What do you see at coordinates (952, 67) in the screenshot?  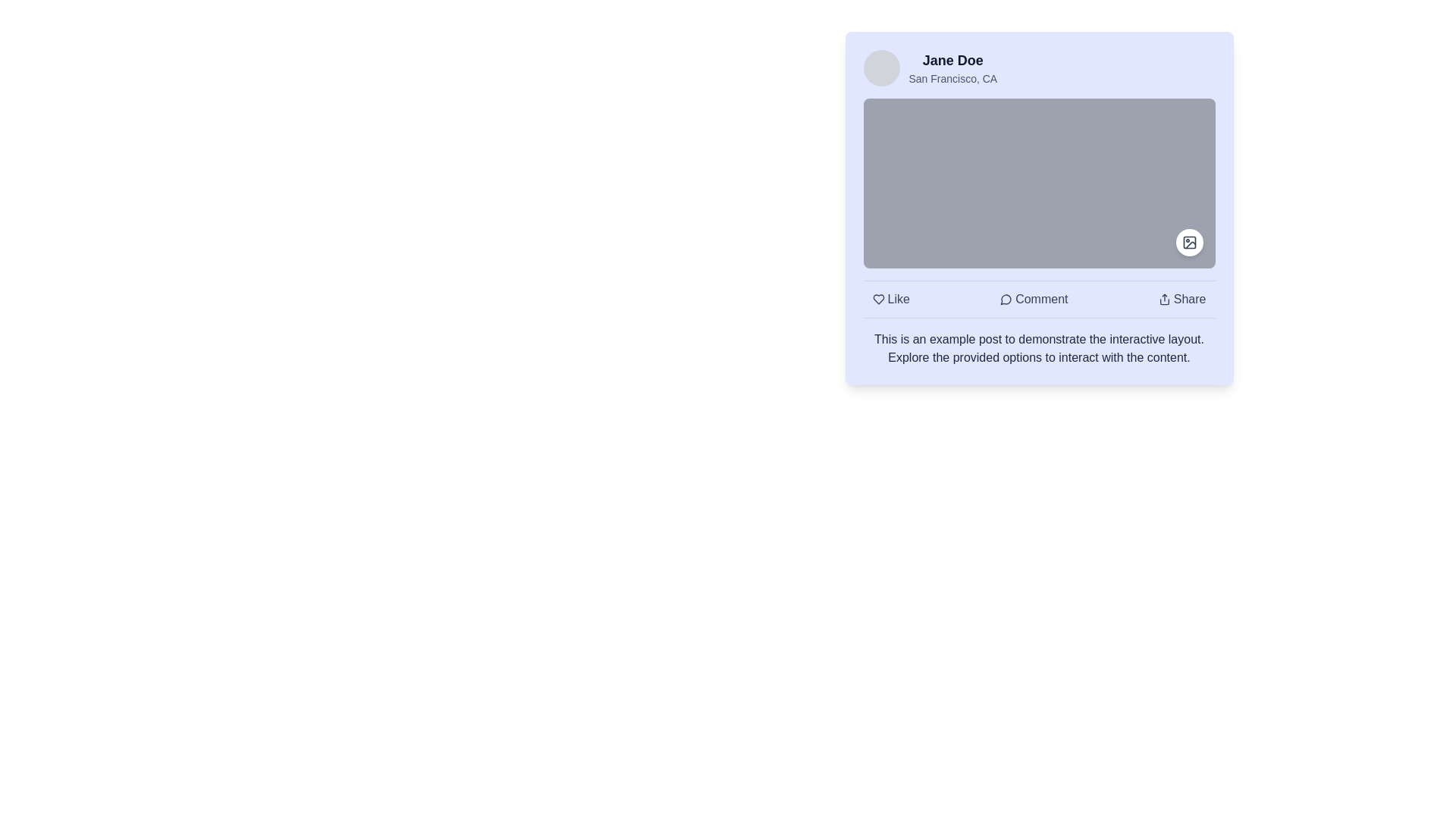 I see `the text block that represents a user or entity, displaying their name and location, located at the top-left corner of a card-like component, to the right of a circular avatar` at bounding box center [952, 67].